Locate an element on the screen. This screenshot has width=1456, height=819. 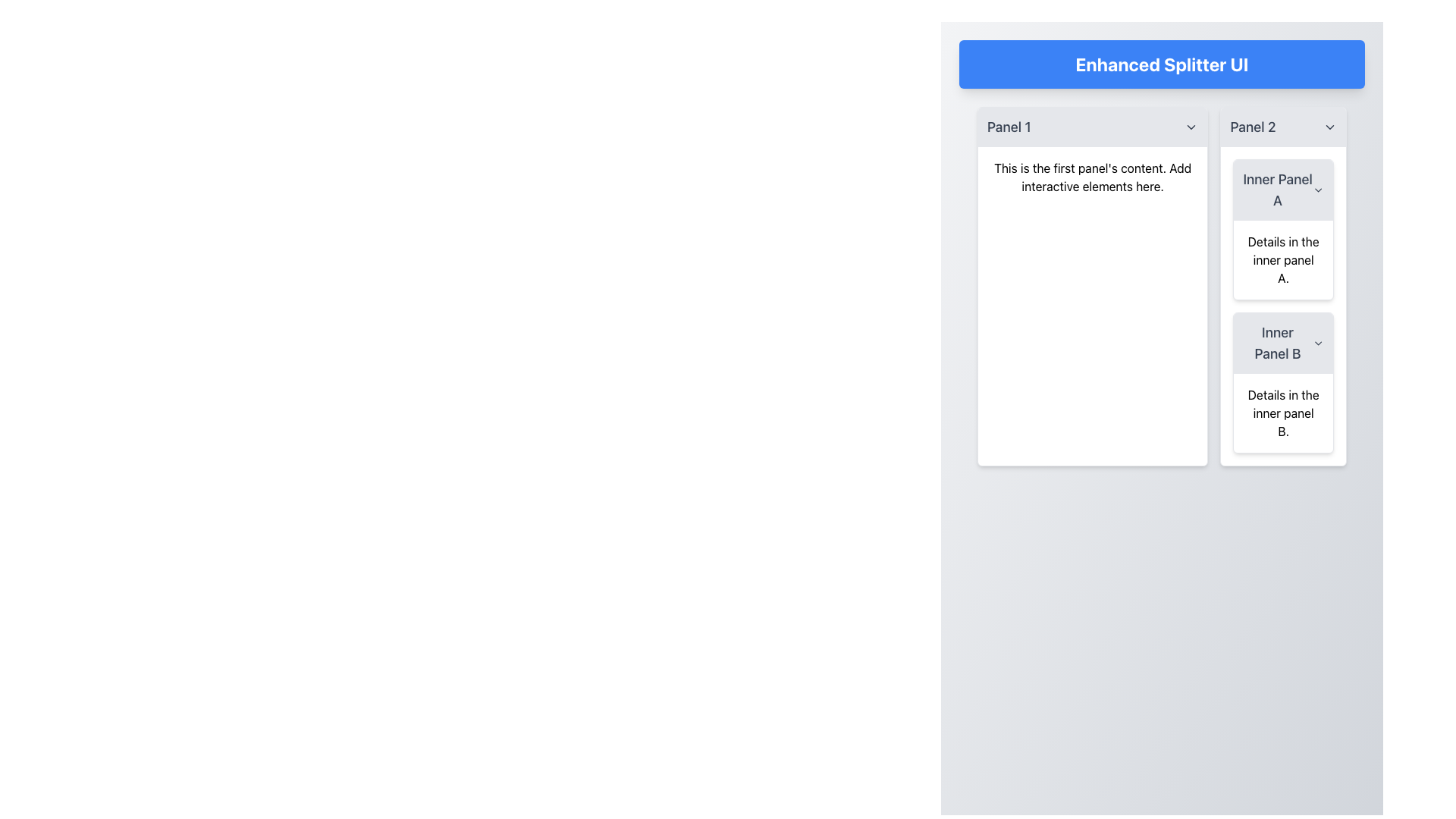
the static text content located at the top of 'Panel 1', which serves as an instruction for the user to add interactive elements is located at coordinates (1093, 177).